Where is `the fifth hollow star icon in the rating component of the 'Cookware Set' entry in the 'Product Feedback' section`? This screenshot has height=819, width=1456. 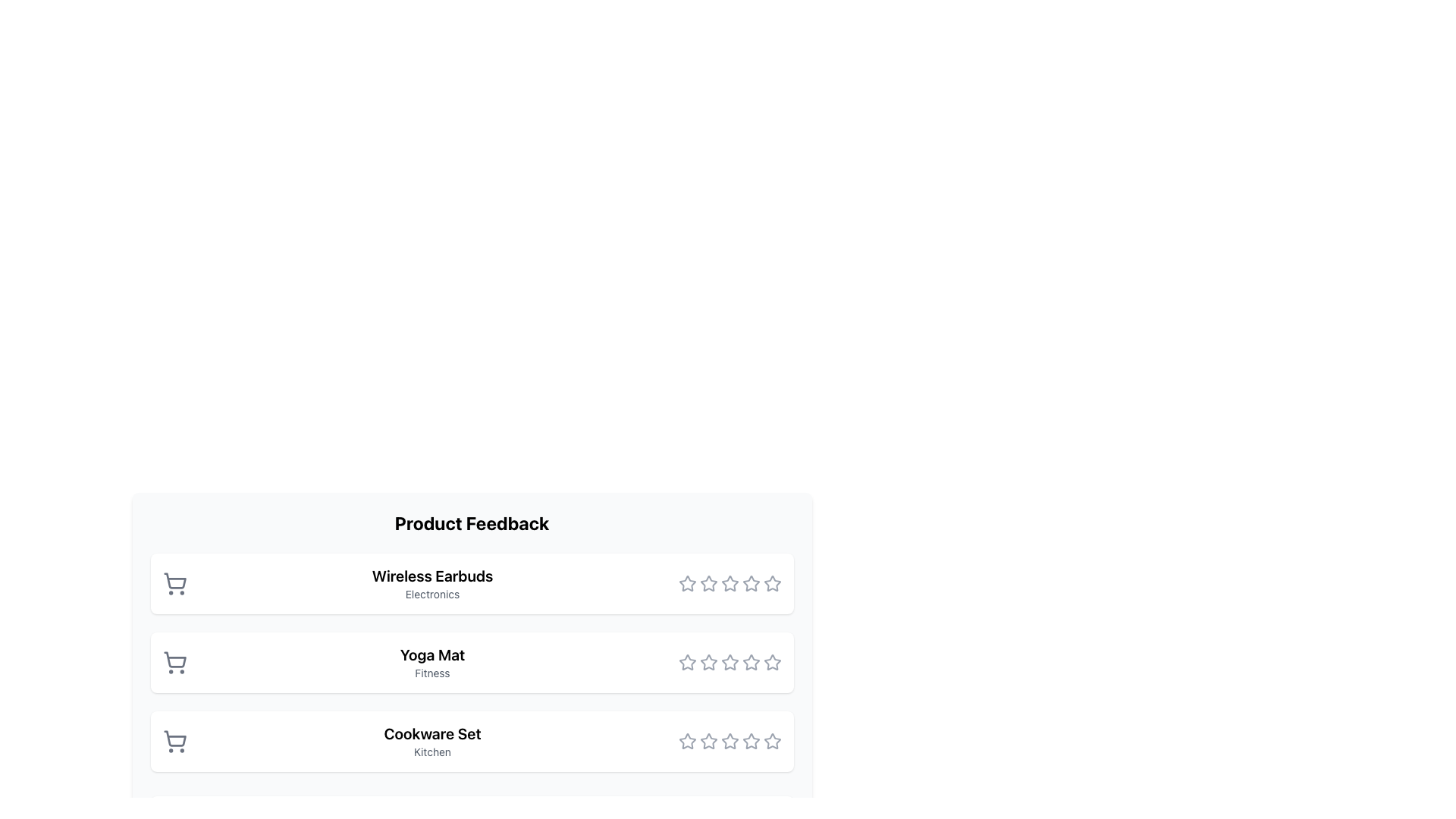
the fifth hollow star icon in the rating component of the 'Cookware Set' entry in the 'Product Feedback' section is located at coordinates (730, 741).